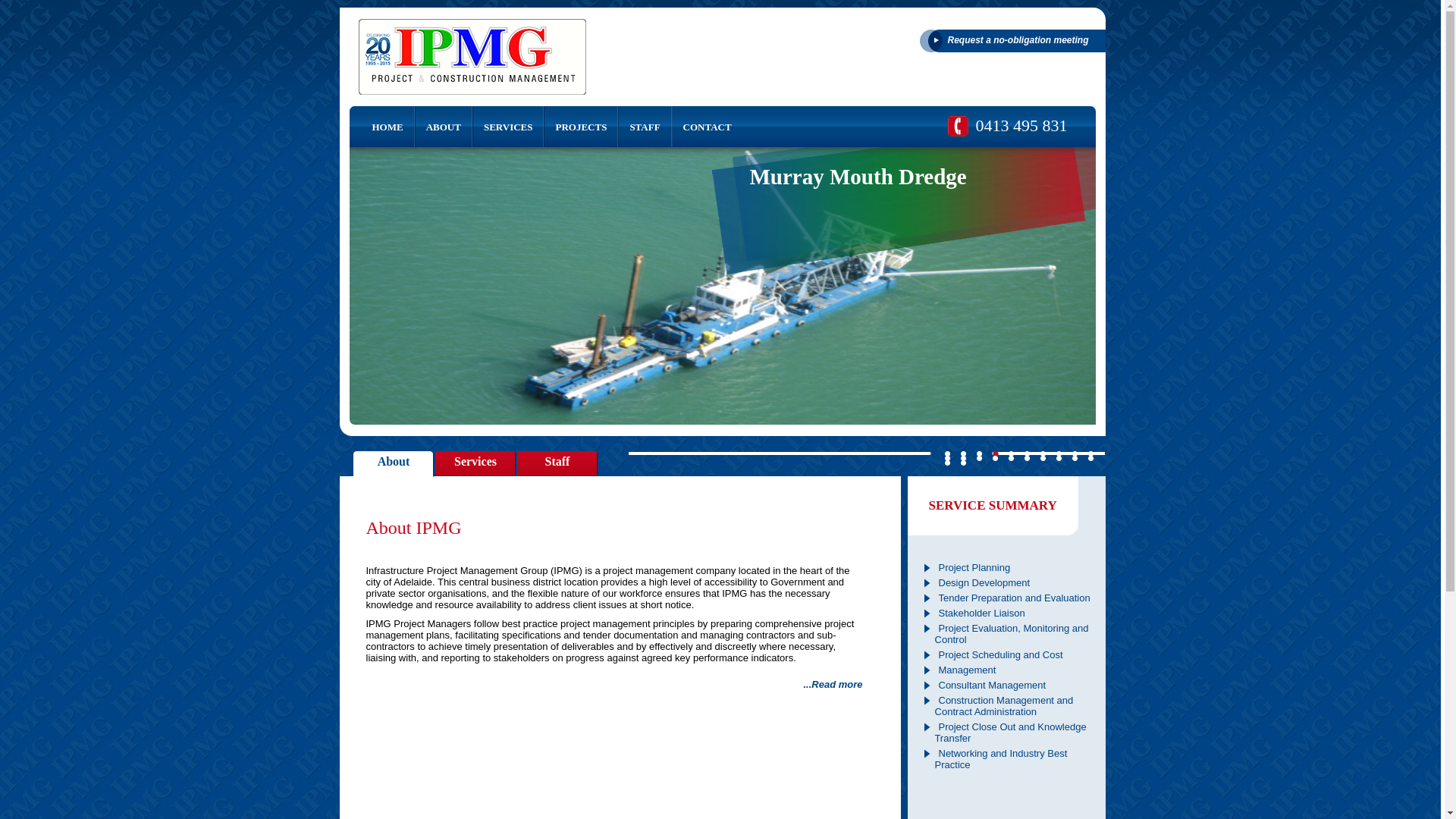 The image size is (1456, 819). What do you see at coordinates (946, 461) in the screenshot?
I see `'21'` at bounding box center [946, 461].